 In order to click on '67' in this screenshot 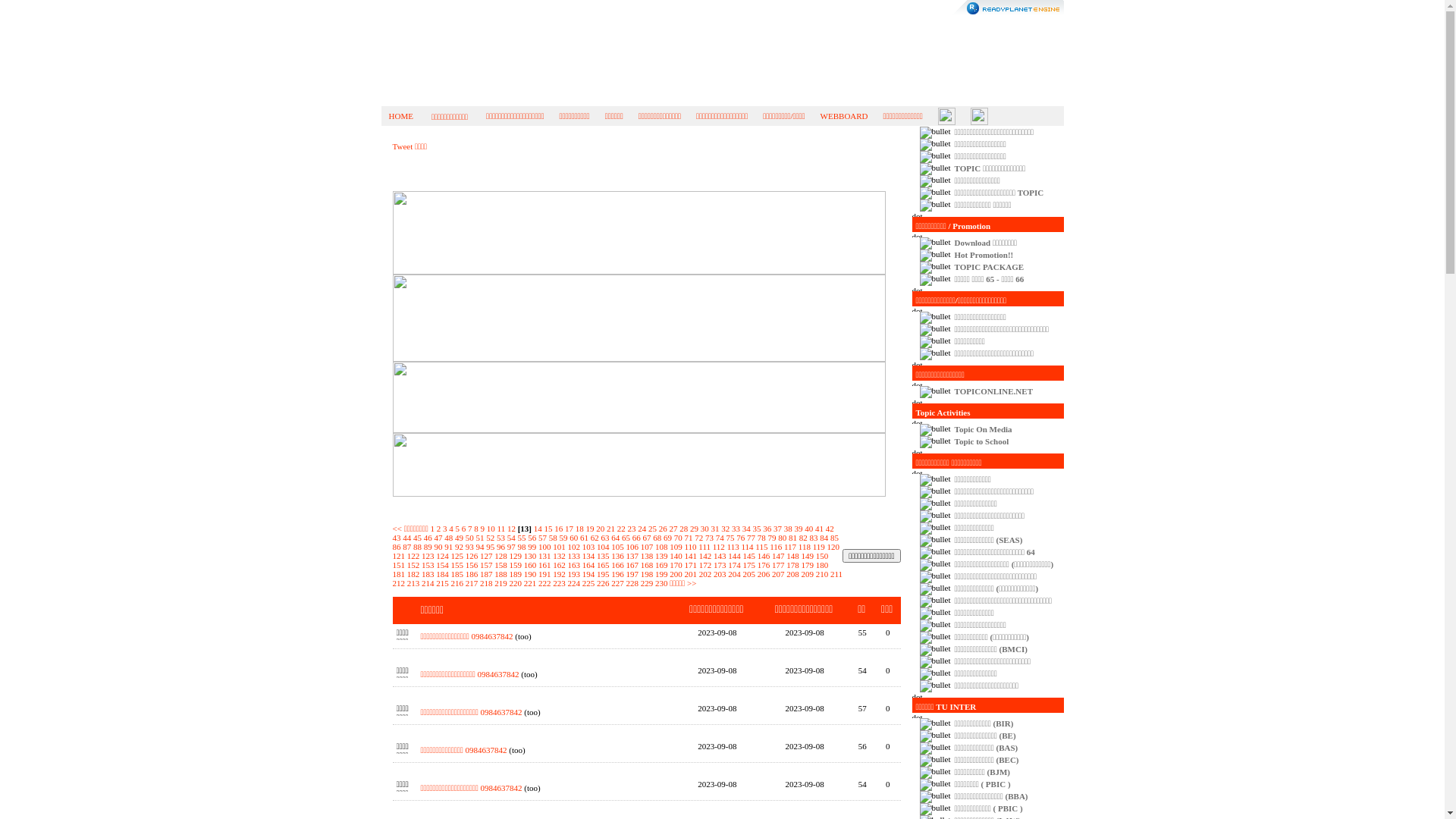, I will do `click(647, 537)`.